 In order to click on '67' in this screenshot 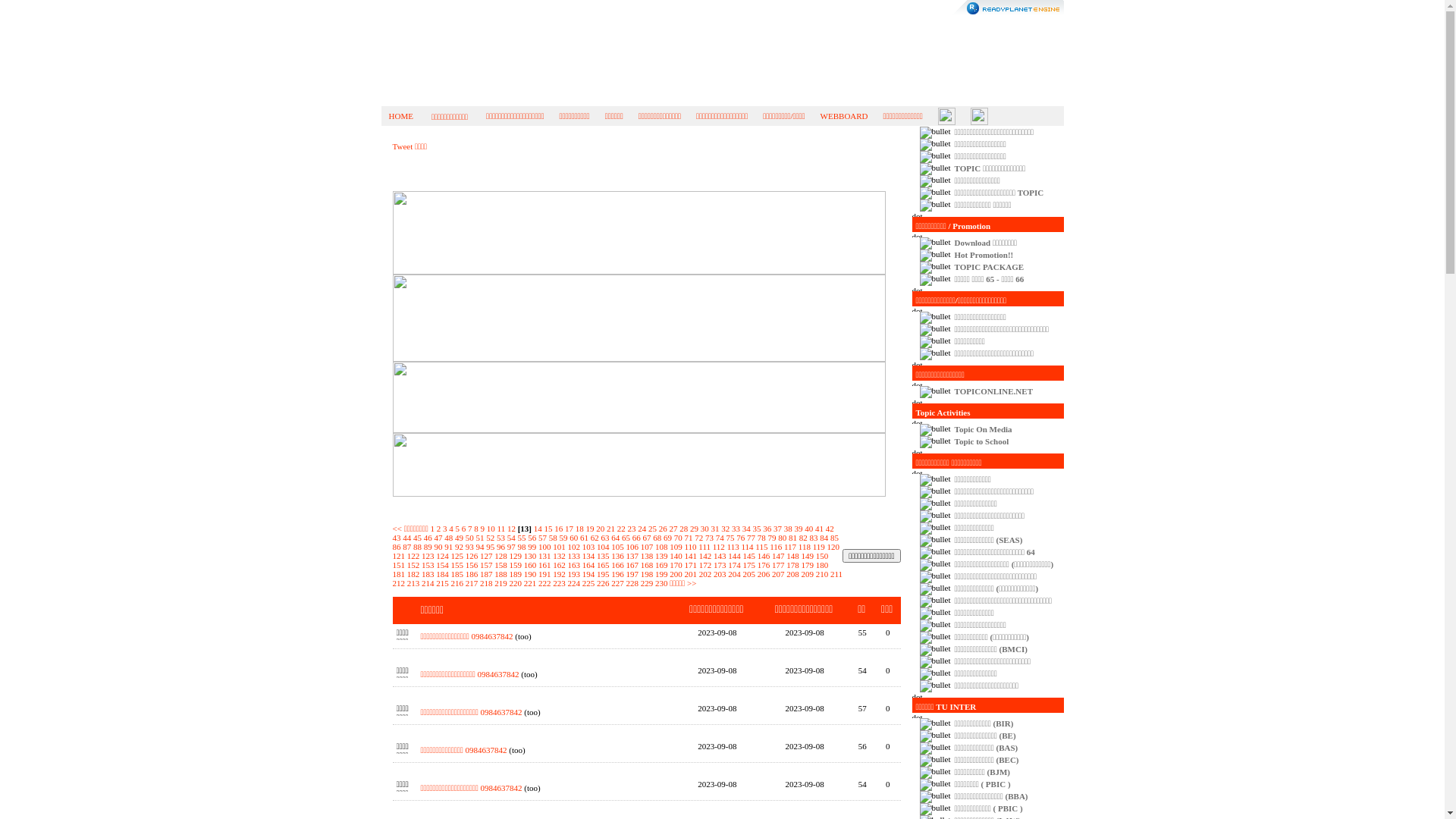, I will do `click(647, 537)`.